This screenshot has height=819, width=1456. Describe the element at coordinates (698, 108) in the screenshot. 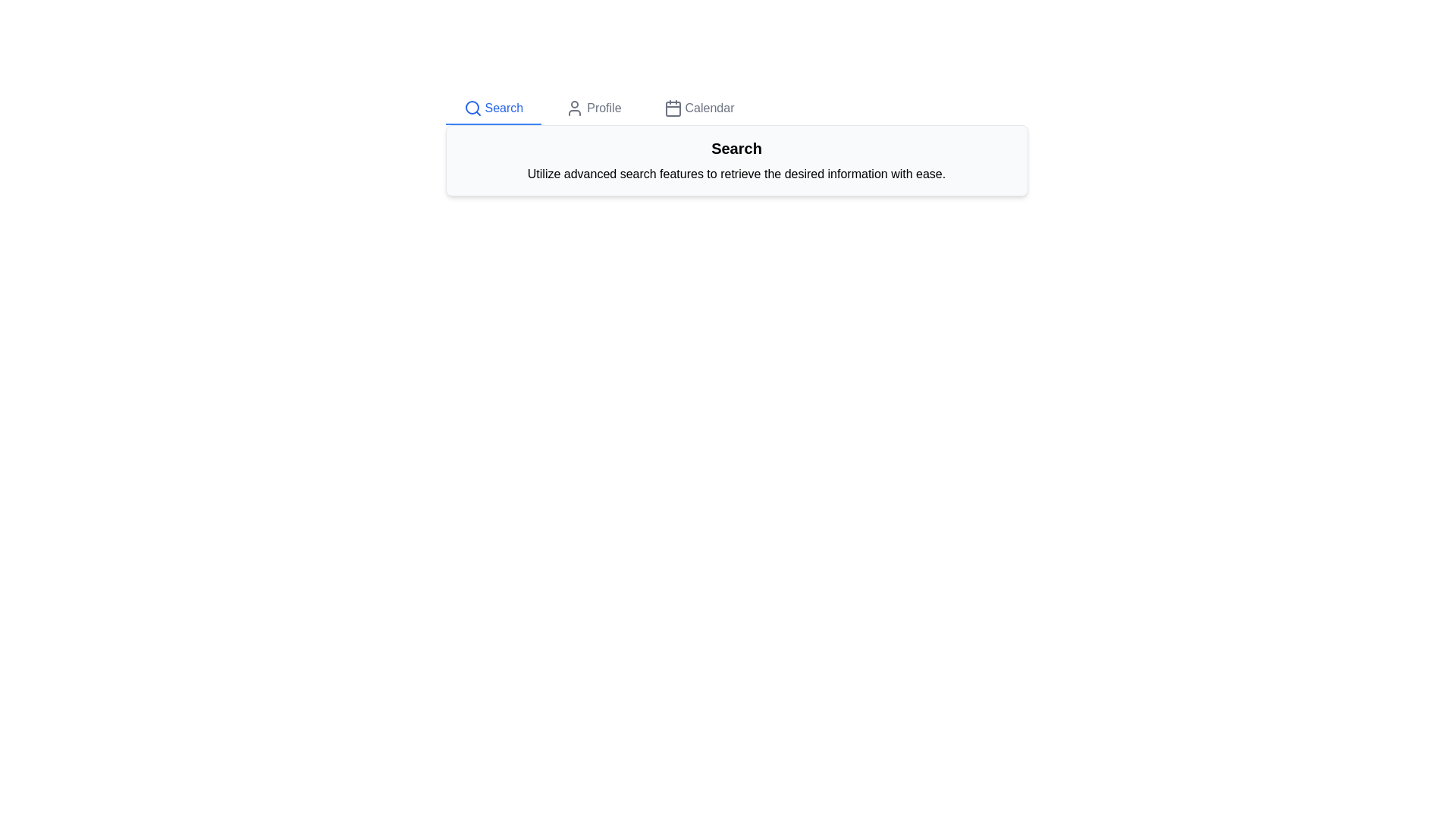

I see `the Calendar tab to view its content` at that location.